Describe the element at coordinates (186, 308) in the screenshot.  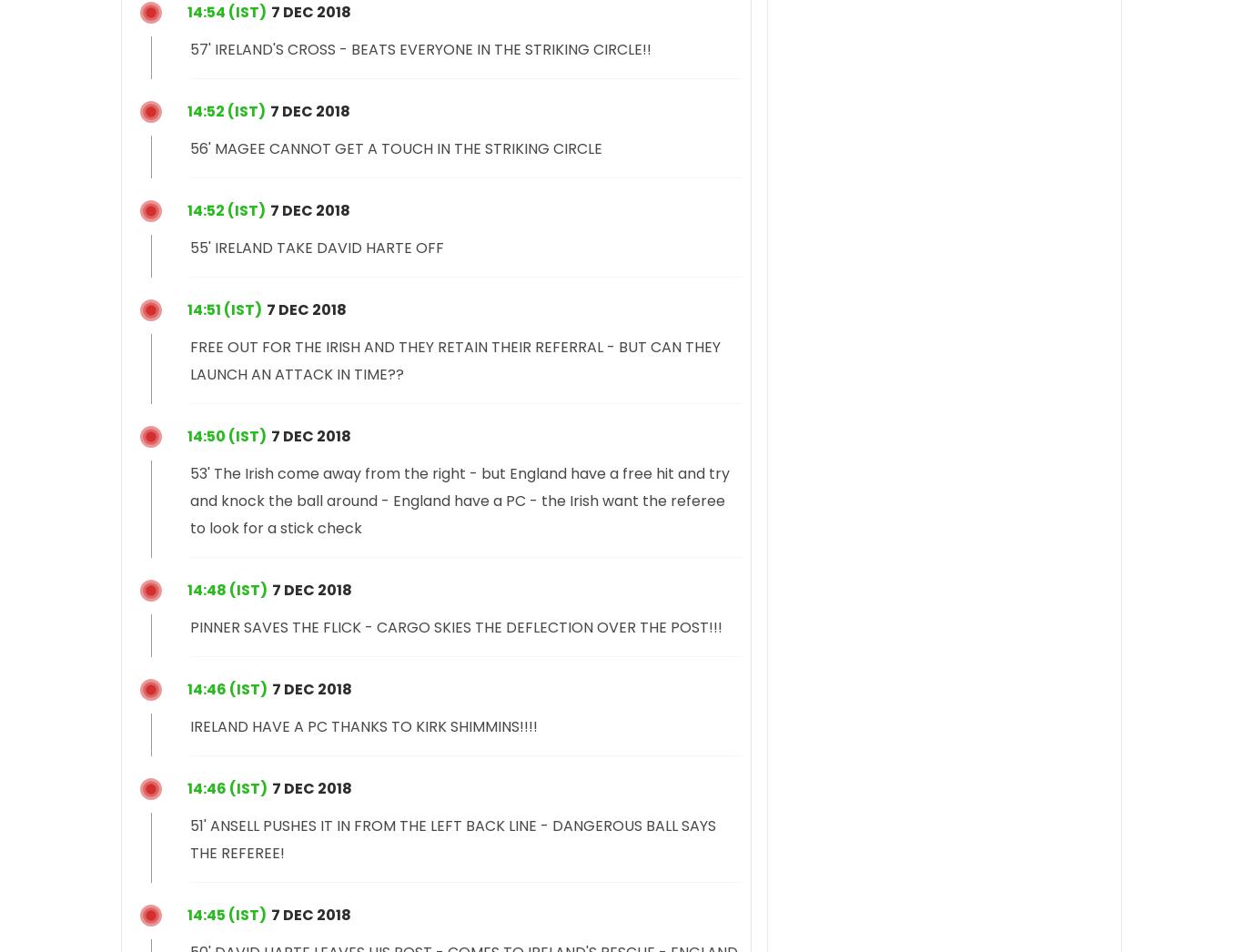
I see `'20:21 (IST)'` at that location.